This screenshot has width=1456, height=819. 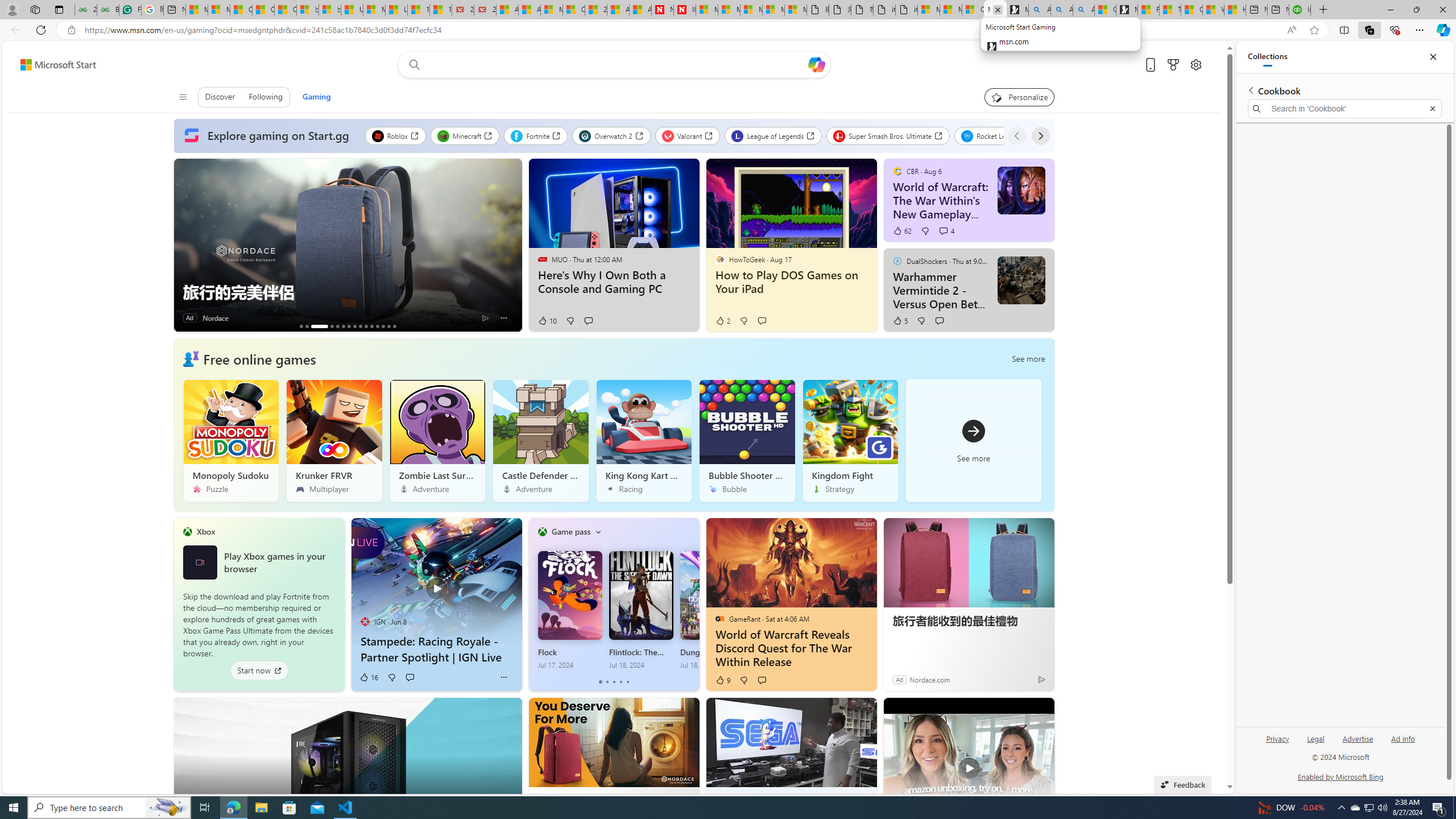 What do you see at coordinates (693, 603) in the screenshot?
I see `'Class: next-flipper'` at bounding box center [693, 603].